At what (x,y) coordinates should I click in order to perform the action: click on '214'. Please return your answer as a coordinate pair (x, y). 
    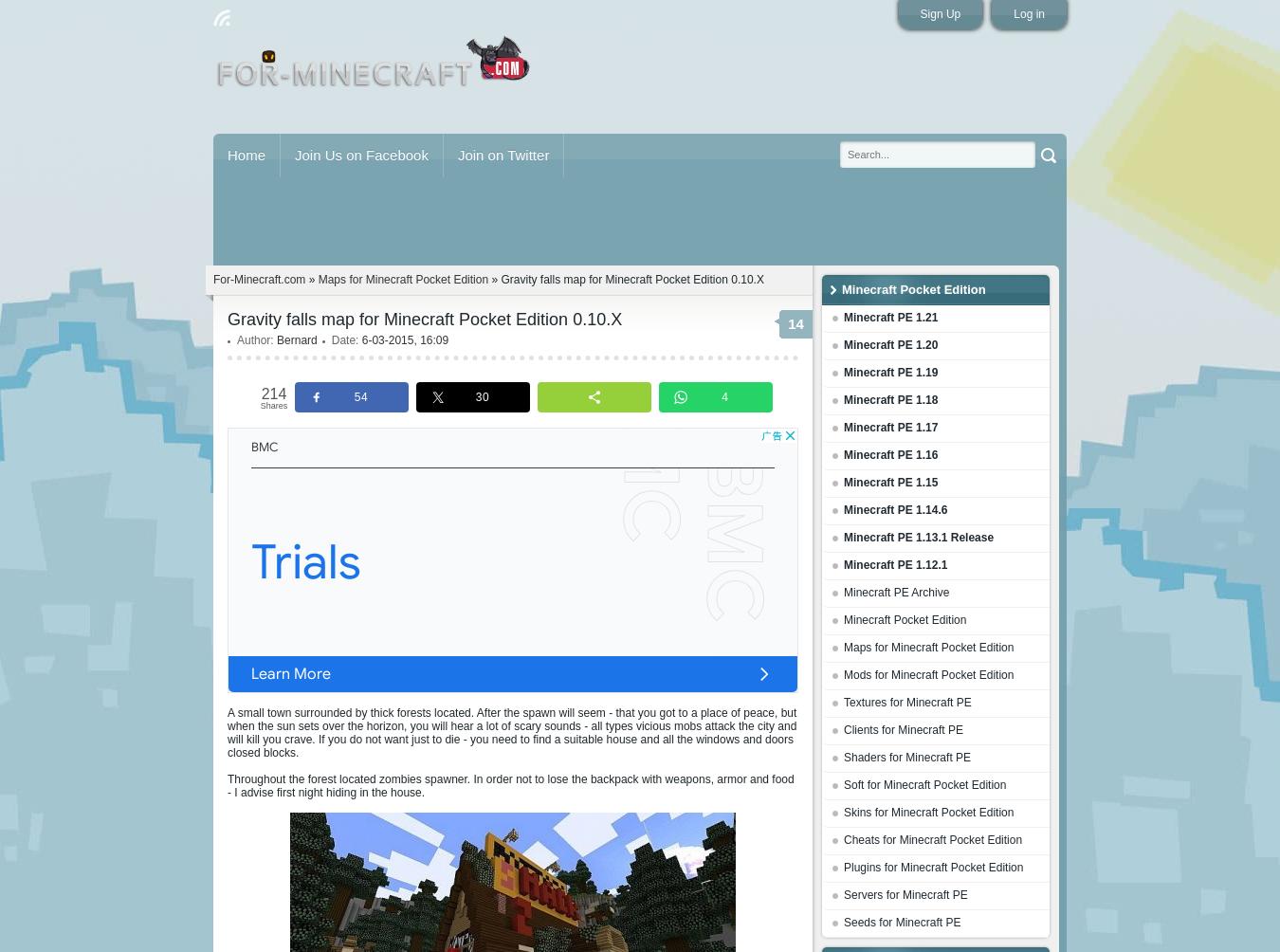
    Looking at the image, I should click on (272, 393).